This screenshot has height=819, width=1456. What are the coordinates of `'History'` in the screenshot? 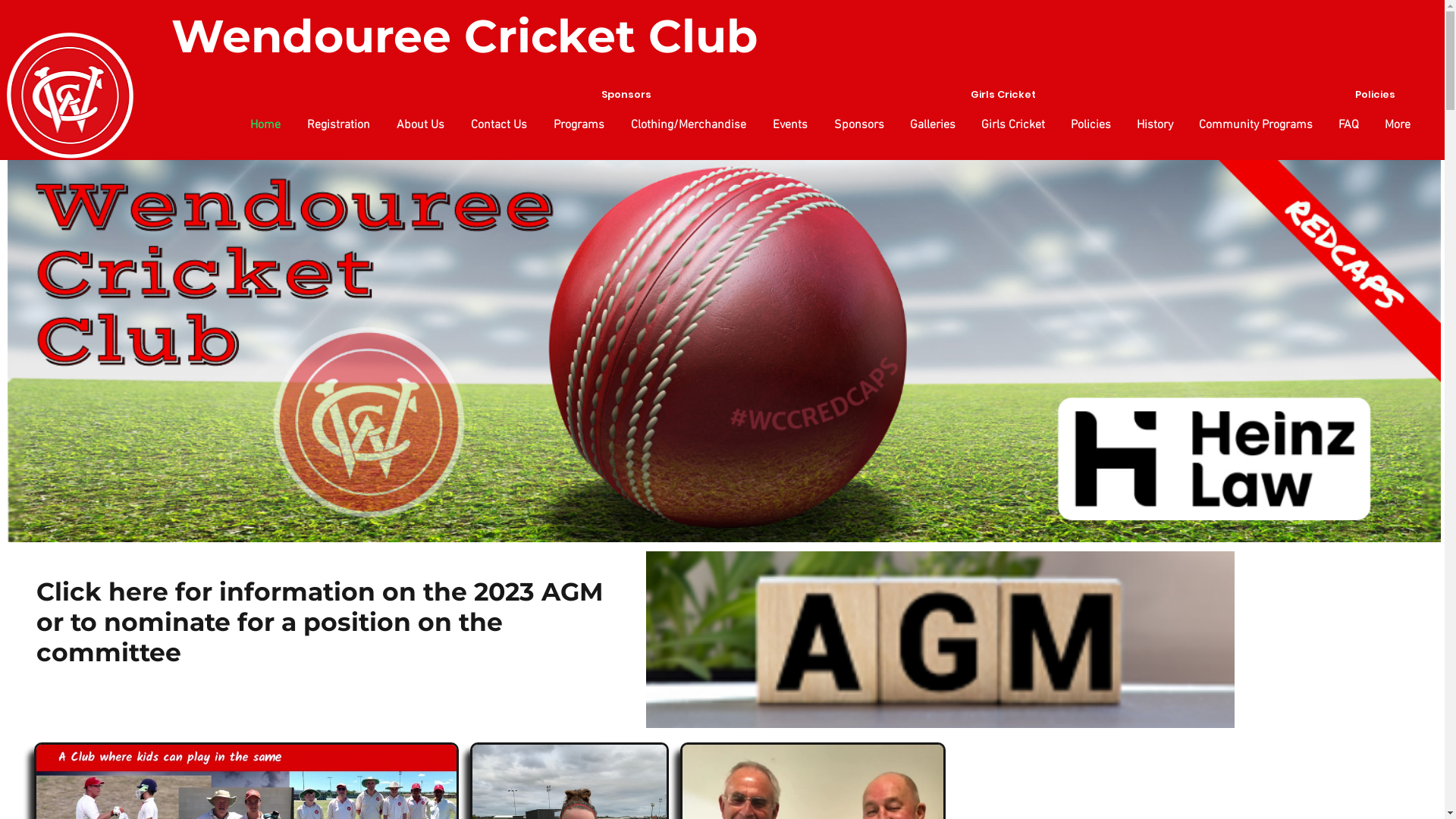 It's located at (1153, 124).